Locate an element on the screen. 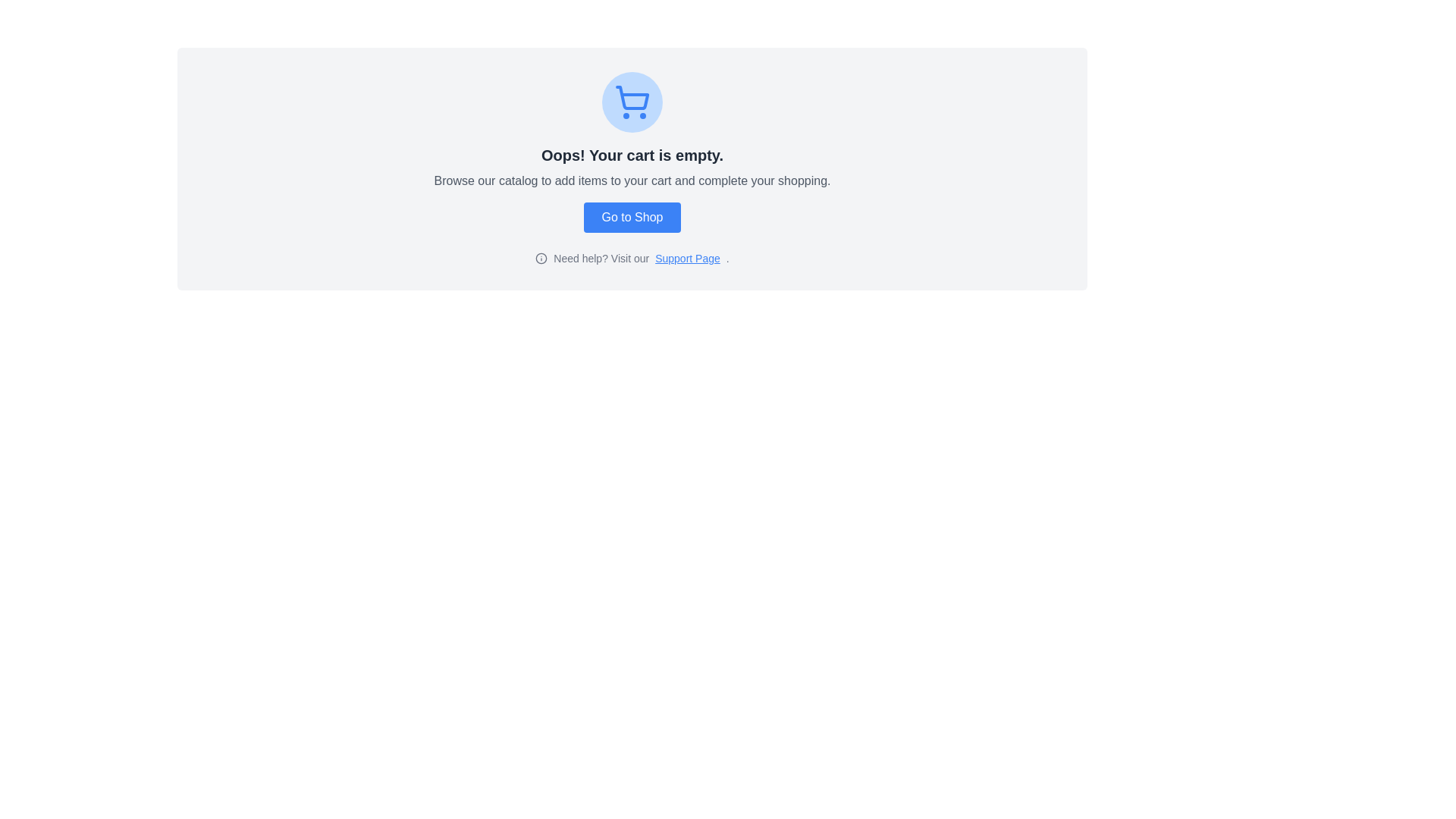 This screenshot has width=1456, height=819. the circular shopping cart icon with a soft blue background, located above the text 'Oops! Your cart is empty.' is located at coordinates (632, 102).